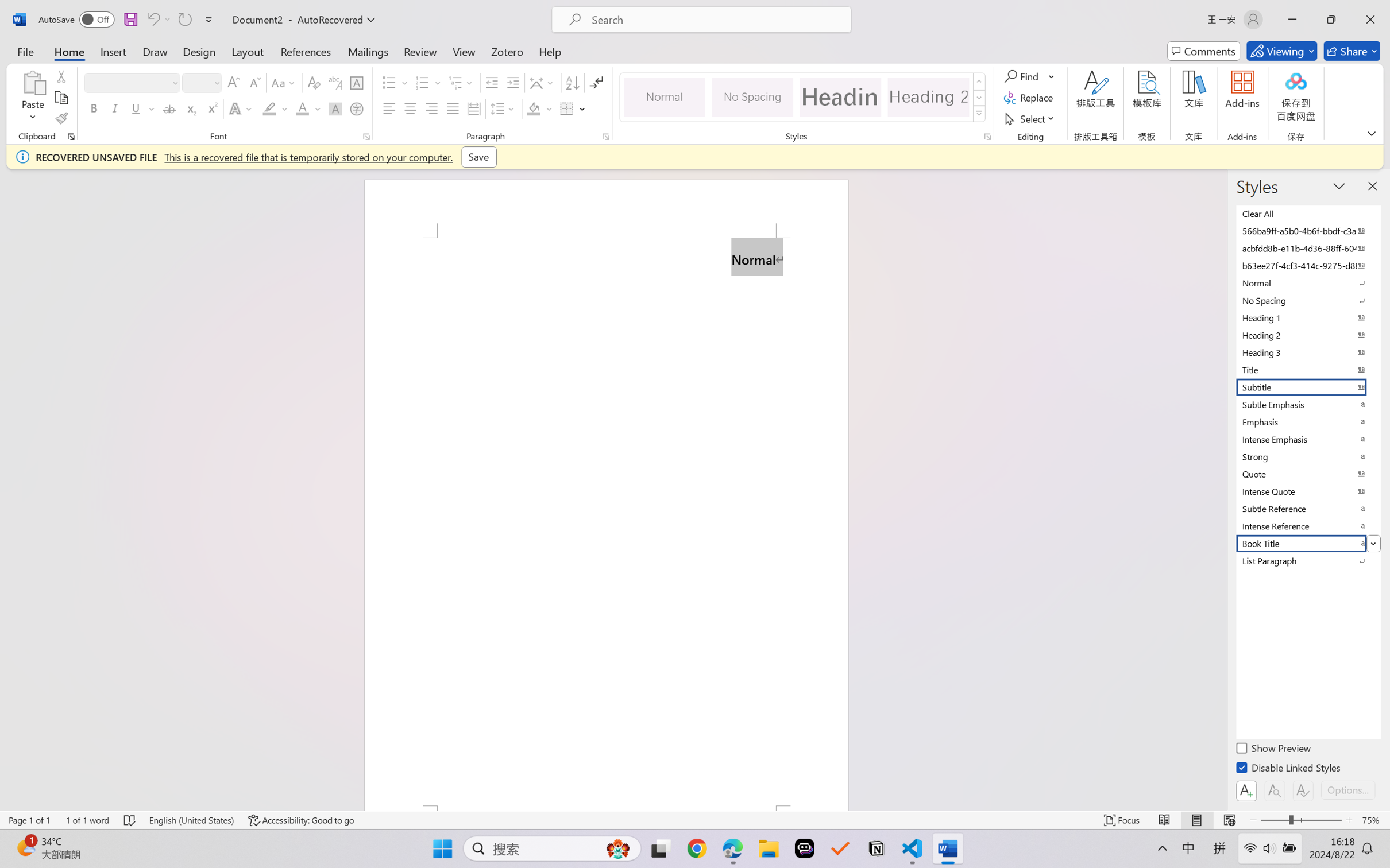 This screenshot has width=1390, height=868. I want to click on 'Increase Indent', so click(512, 83).